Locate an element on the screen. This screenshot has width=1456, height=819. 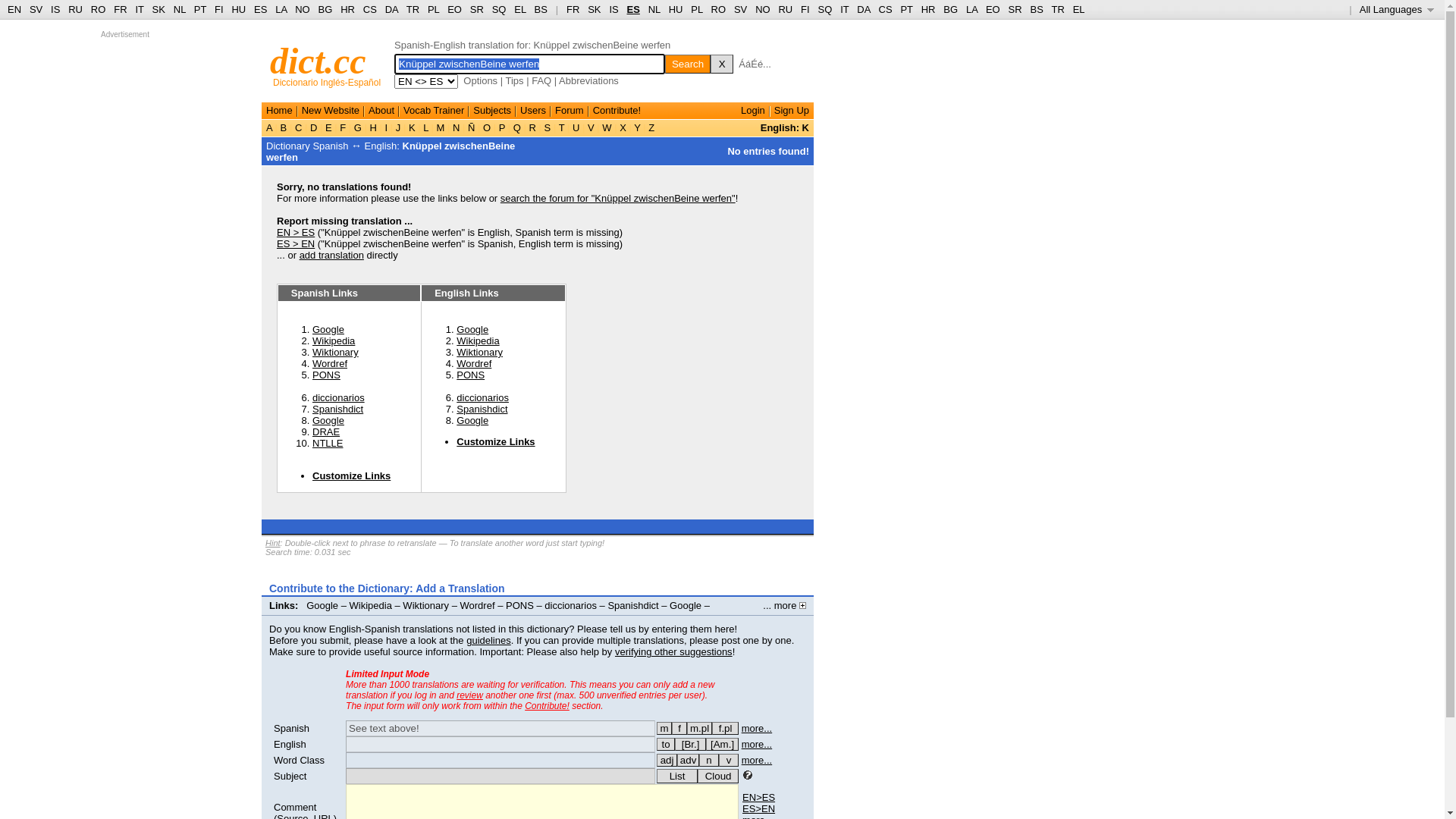
'Q' is located at coordinates (510, 127).